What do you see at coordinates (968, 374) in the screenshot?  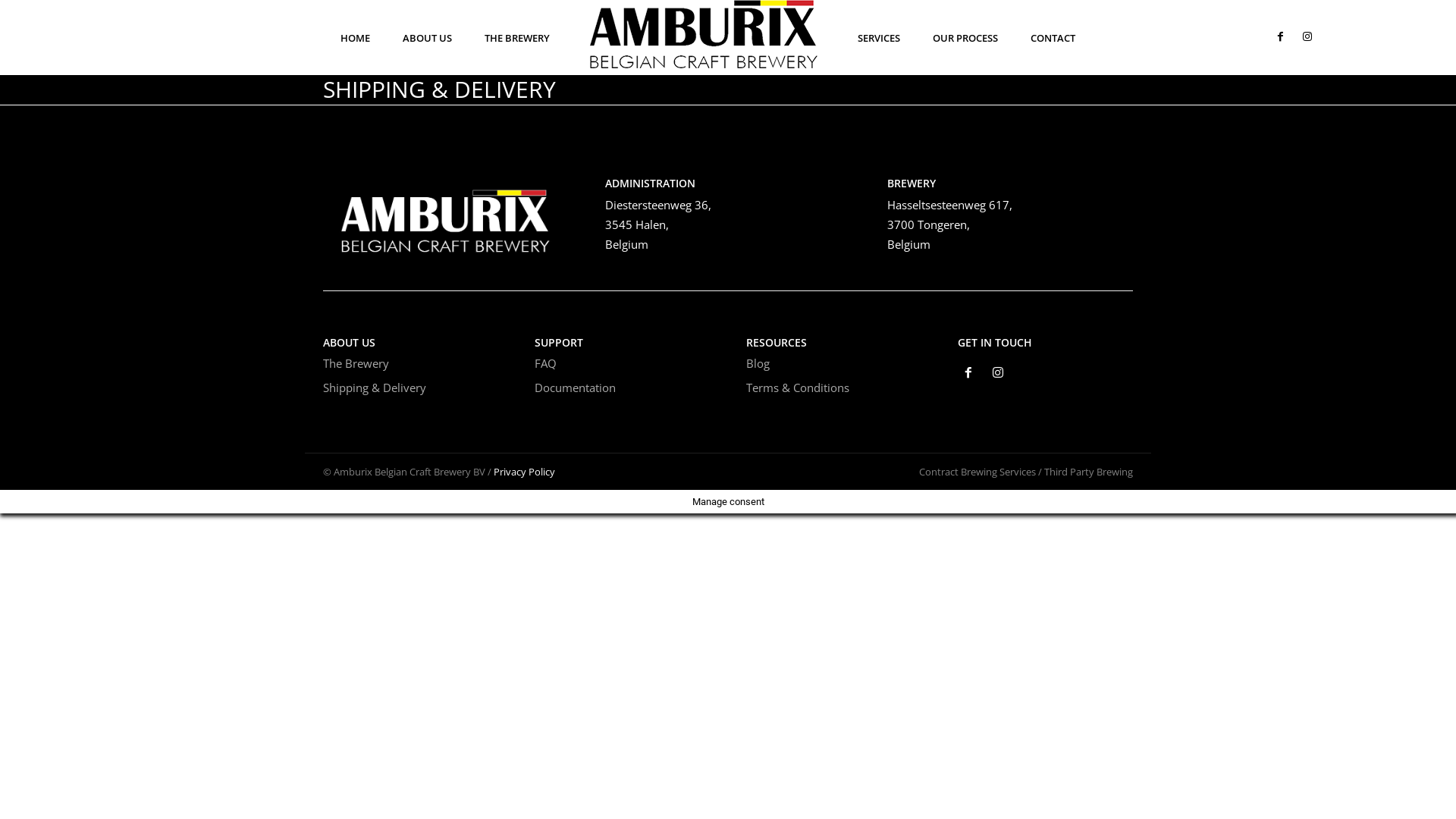 I see `'Facebook'` at bounding box center [968, 374].